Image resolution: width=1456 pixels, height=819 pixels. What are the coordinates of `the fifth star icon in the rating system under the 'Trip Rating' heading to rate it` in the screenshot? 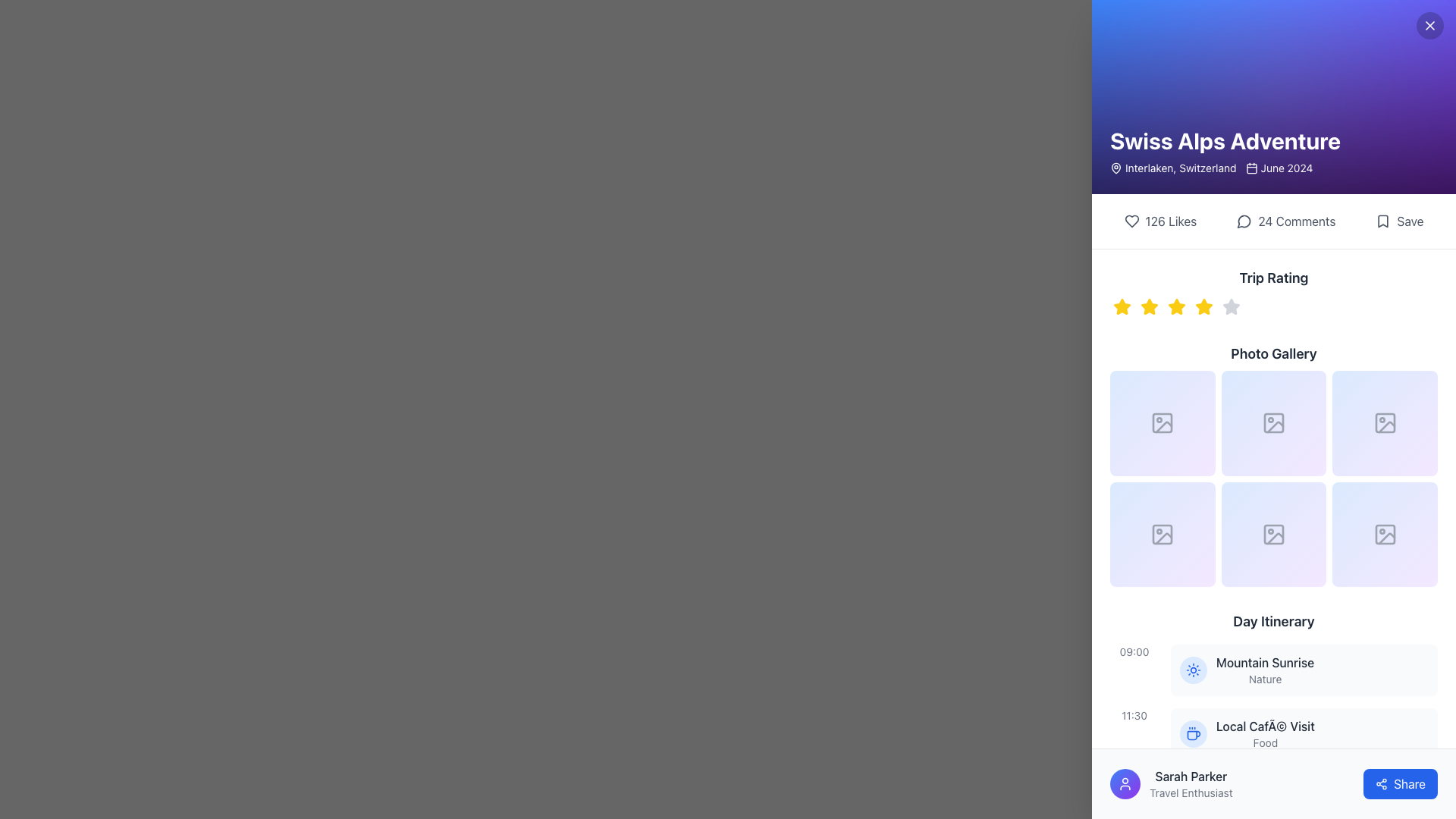 It's located at (1231, 307).